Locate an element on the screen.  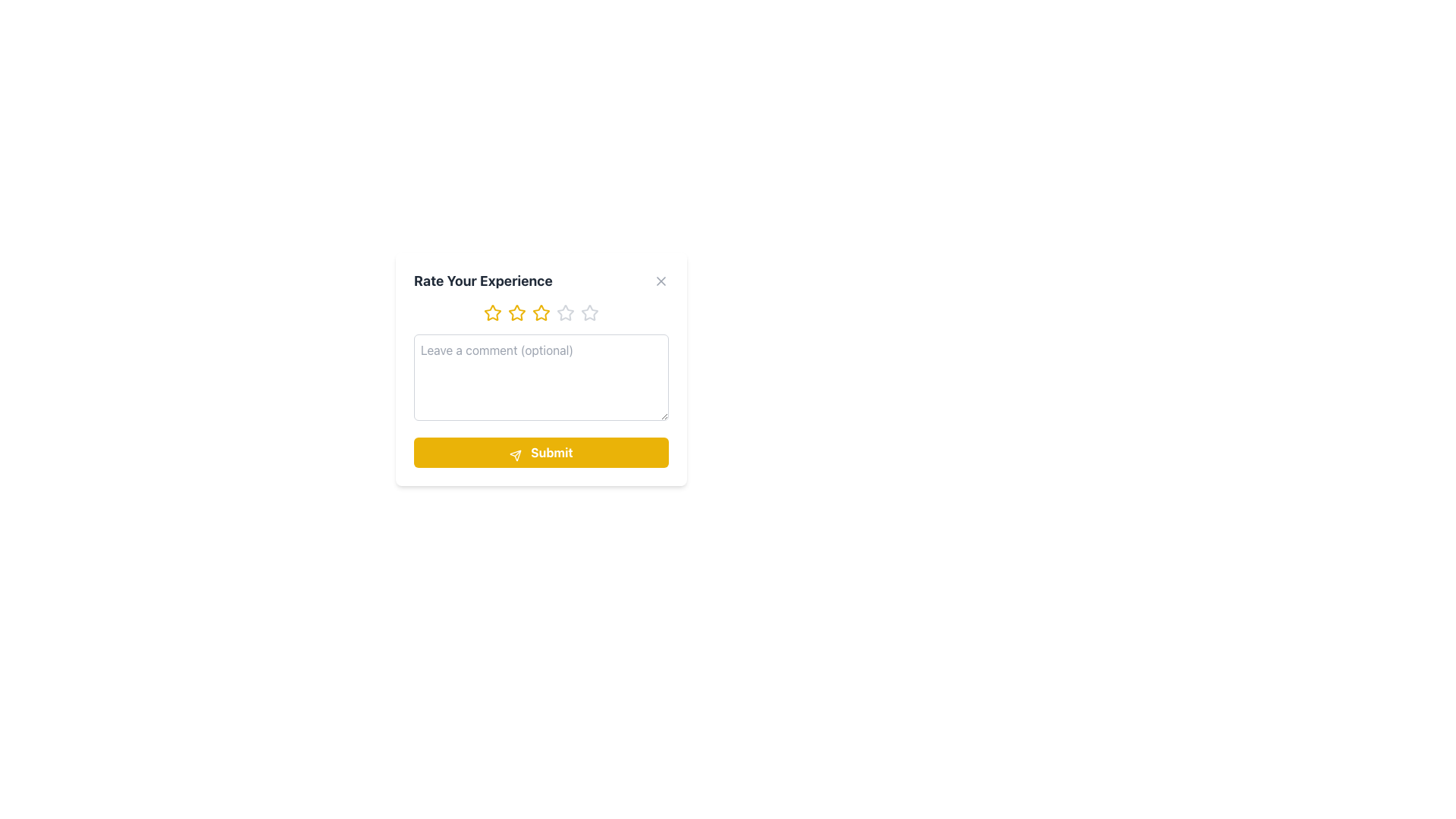
the paper airplane icon within the 'Submit' button located at the bottom center of the interface is located at coordinates (516, 455).